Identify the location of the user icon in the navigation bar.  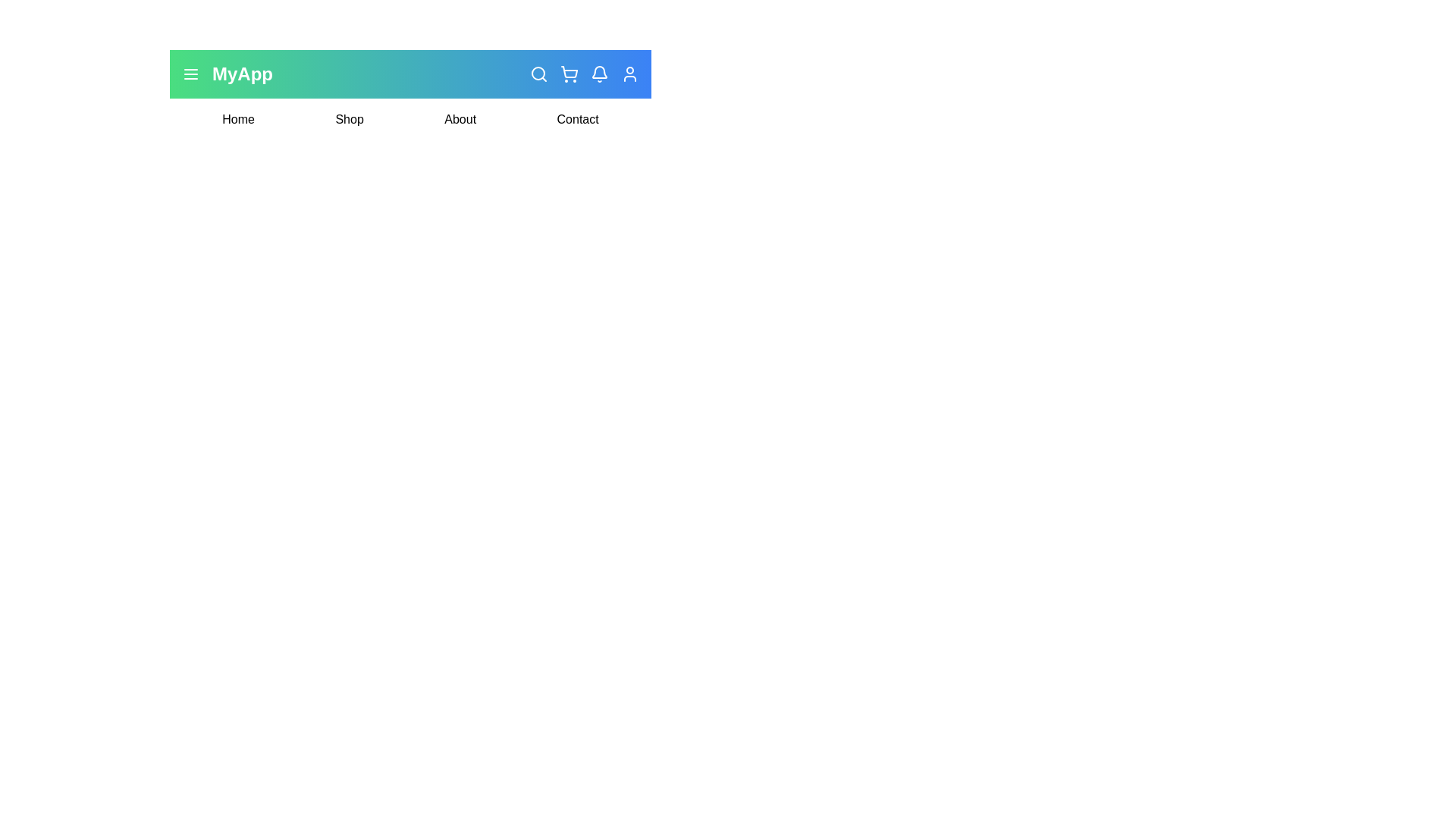
(629, 74).